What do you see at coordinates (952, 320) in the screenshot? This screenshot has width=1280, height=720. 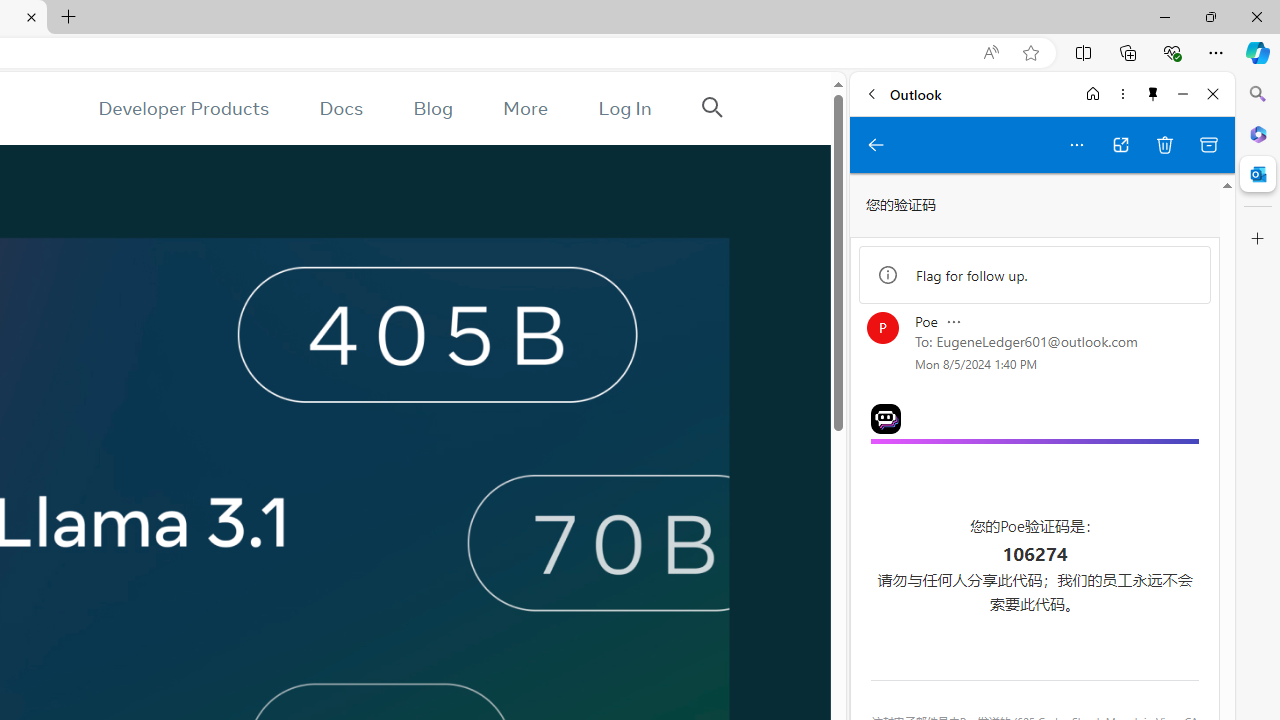 I see `'Message actions'` at bounding box center [952, 320].